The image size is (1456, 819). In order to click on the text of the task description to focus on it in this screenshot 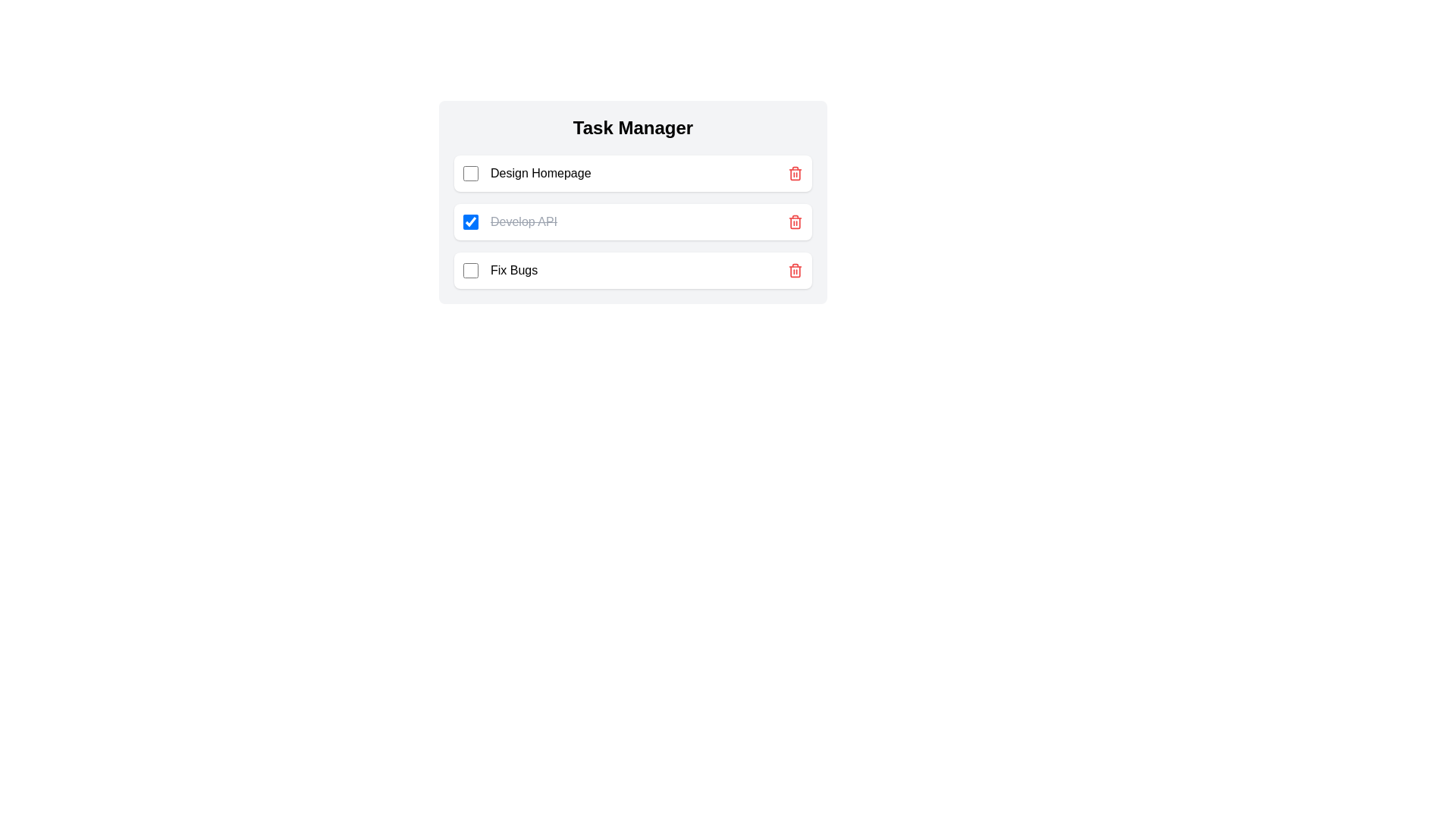, I will do `click(541, 172)`.